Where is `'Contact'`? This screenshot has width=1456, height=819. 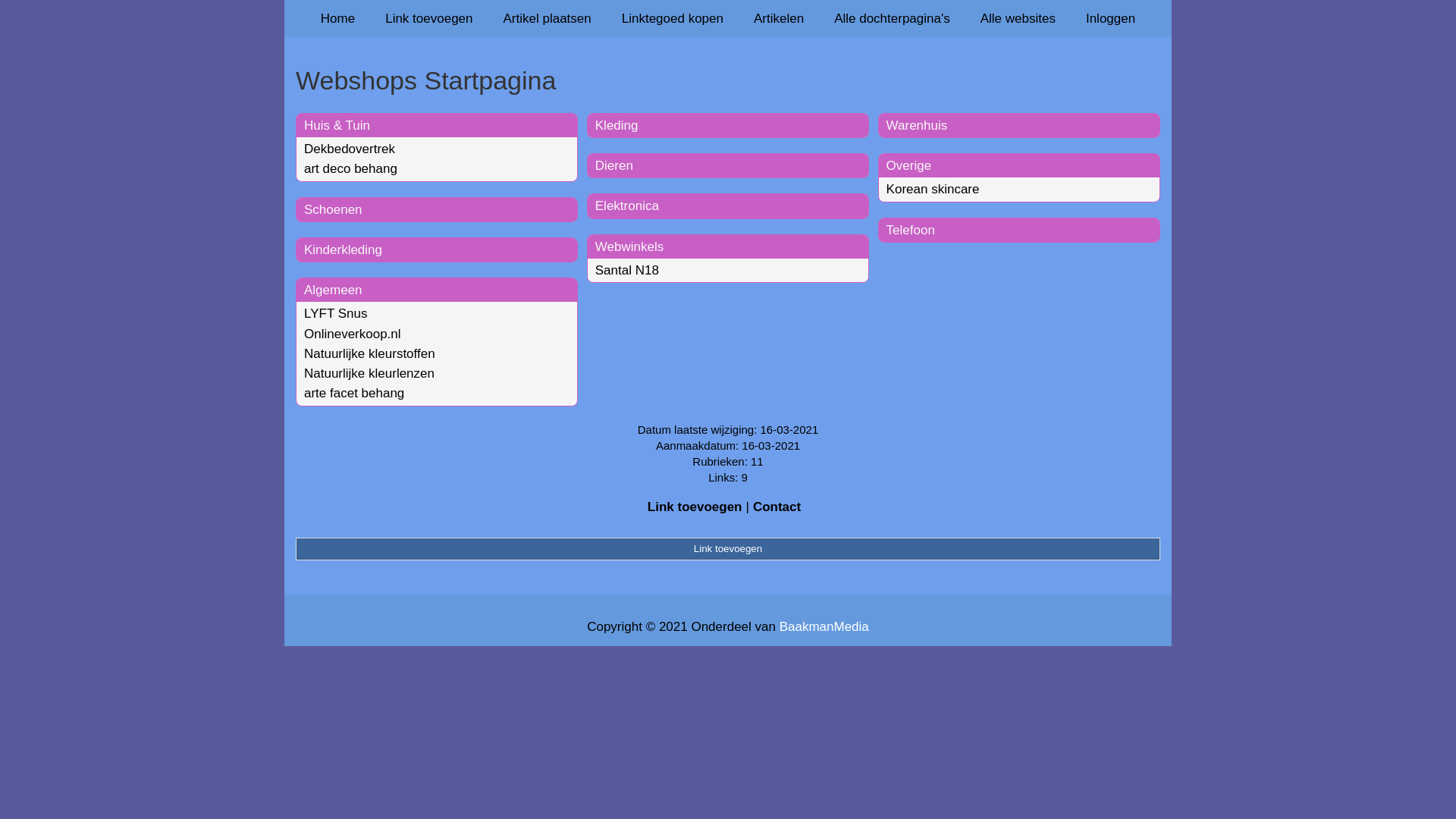
'Contact' is located at coordinates (777, 507).